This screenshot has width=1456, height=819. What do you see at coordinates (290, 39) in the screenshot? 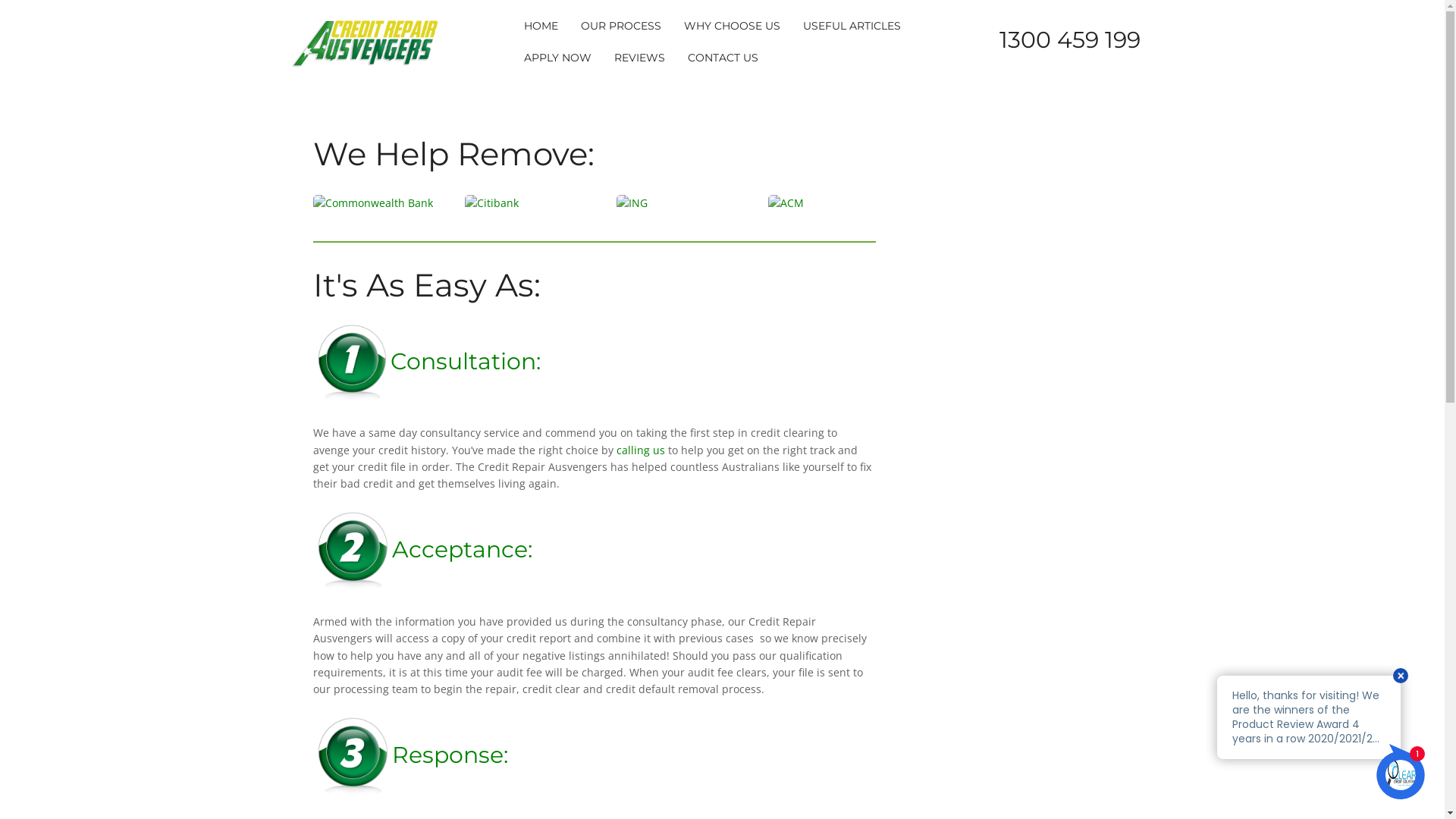
I see `'Credit Repair Ausvengers'` at bounding box center [290, 39].